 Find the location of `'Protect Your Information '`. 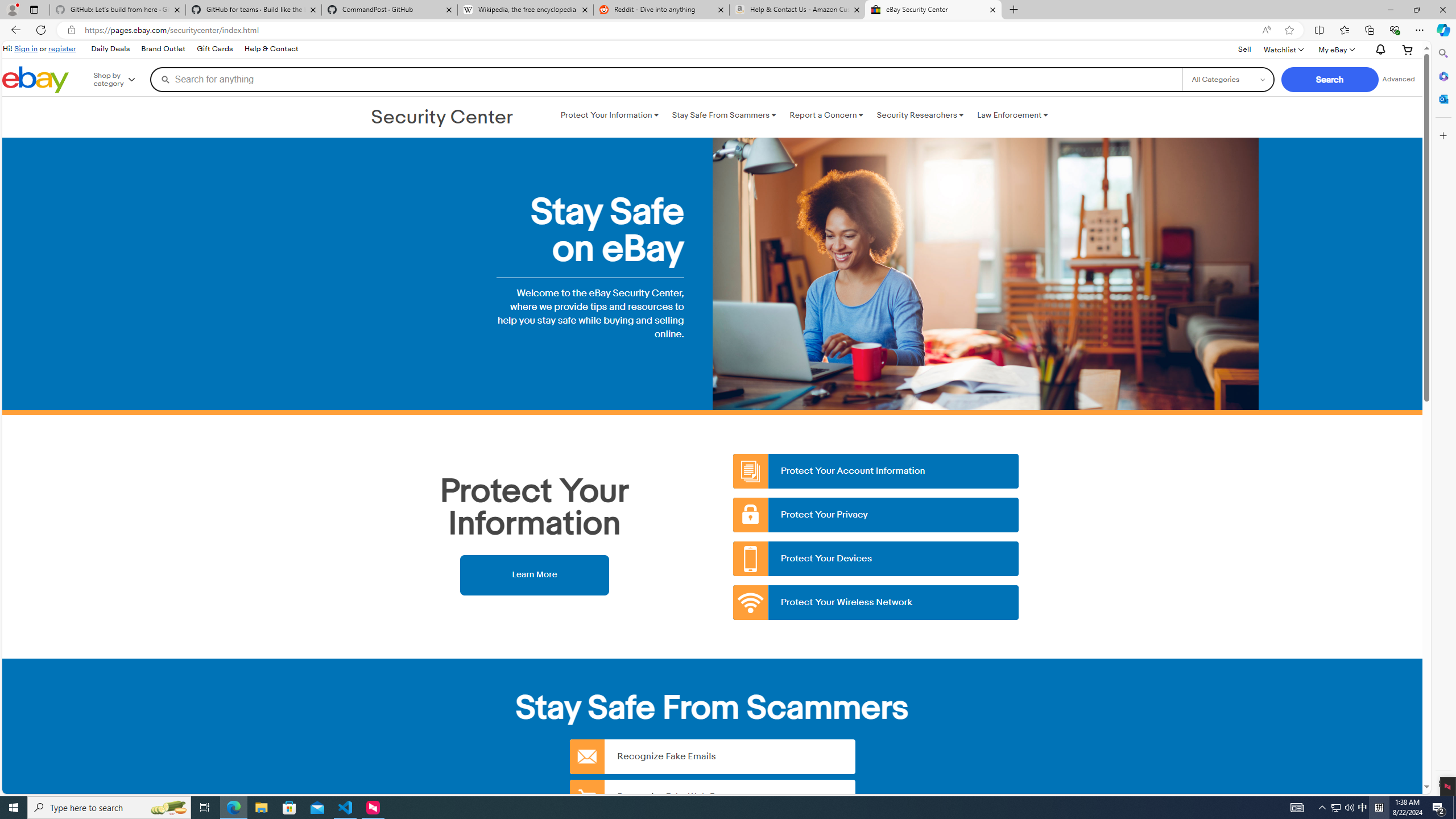

'Protect Your Information ' is located at coordinates (609, 115).